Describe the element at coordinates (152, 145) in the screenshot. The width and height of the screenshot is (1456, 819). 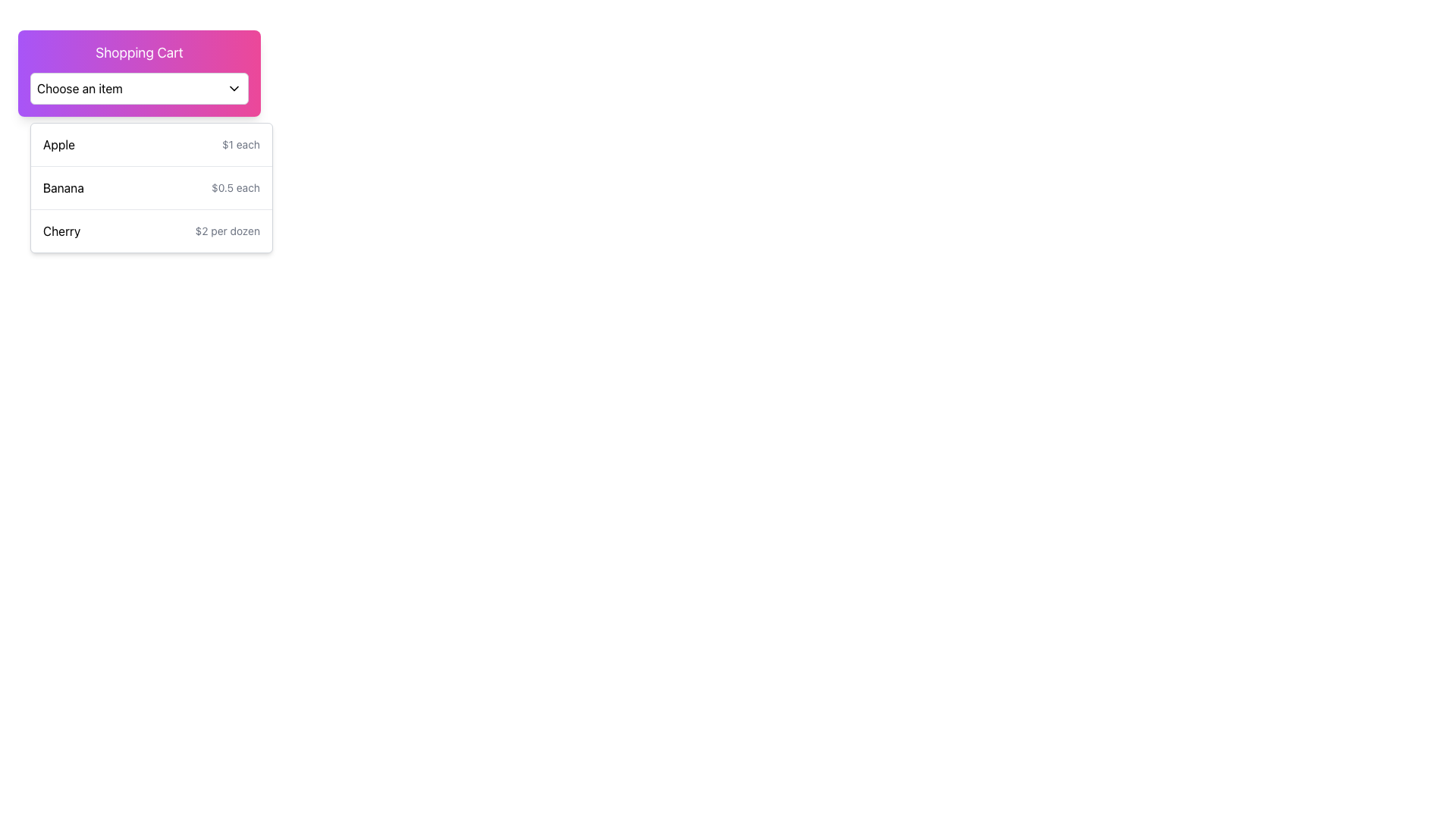
I see `the first selectable product item in the shopping cart interface, which displays the name and price of the product, located directly below the 'Choose an item' dropdown` at that location.